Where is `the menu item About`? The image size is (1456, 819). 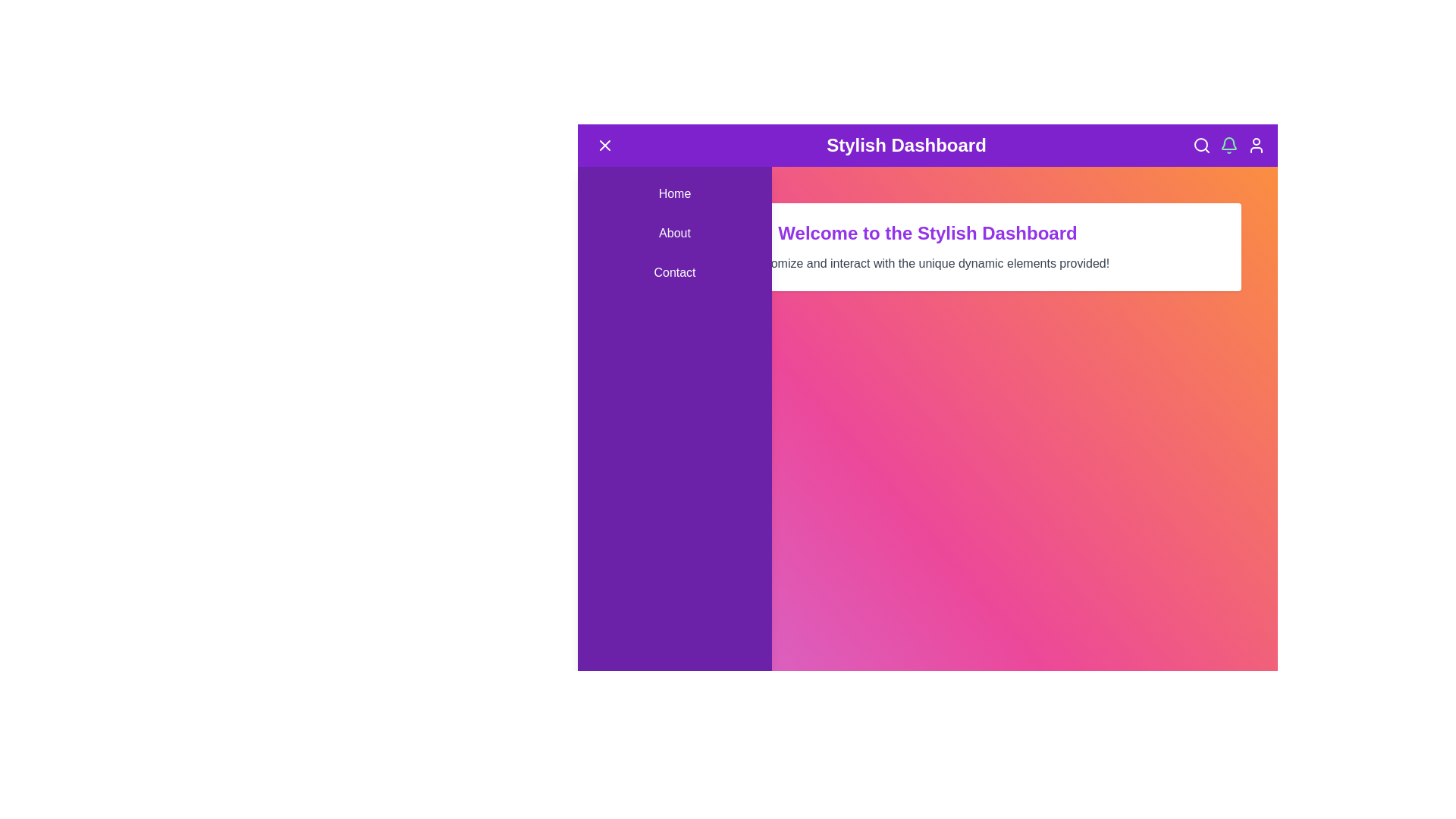
the menu item About is located at coordinates (673, 234).